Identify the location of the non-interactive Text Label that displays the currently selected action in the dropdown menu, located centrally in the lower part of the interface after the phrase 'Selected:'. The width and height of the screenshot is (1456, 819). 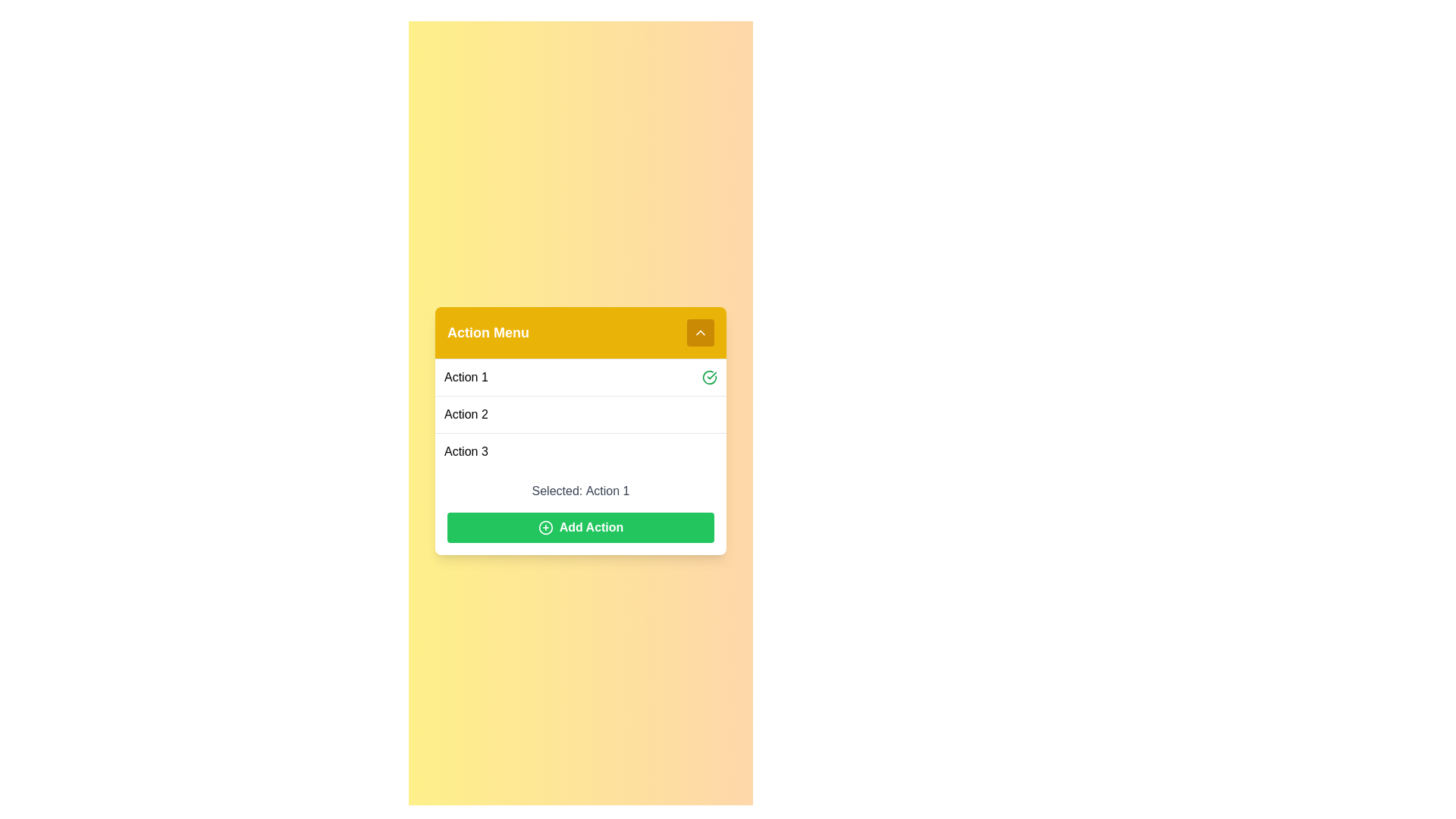
(607, 491).